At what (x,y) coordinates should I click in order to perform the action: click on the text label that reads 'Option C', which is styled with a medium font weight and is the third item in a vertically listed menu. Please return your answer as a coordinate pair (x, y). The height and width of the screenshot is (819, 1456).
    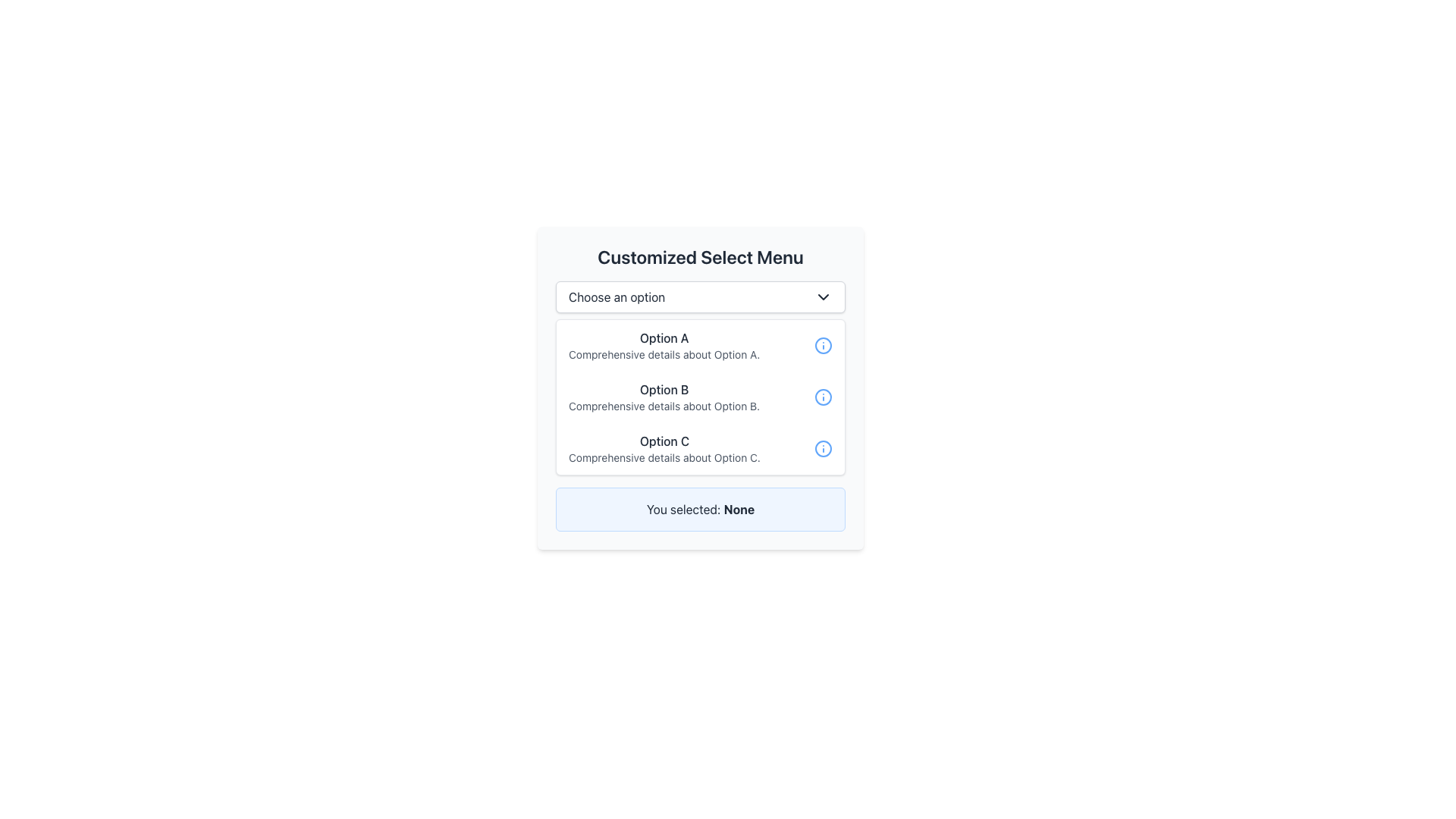
    Looking at the image, I should click on (664, 441).